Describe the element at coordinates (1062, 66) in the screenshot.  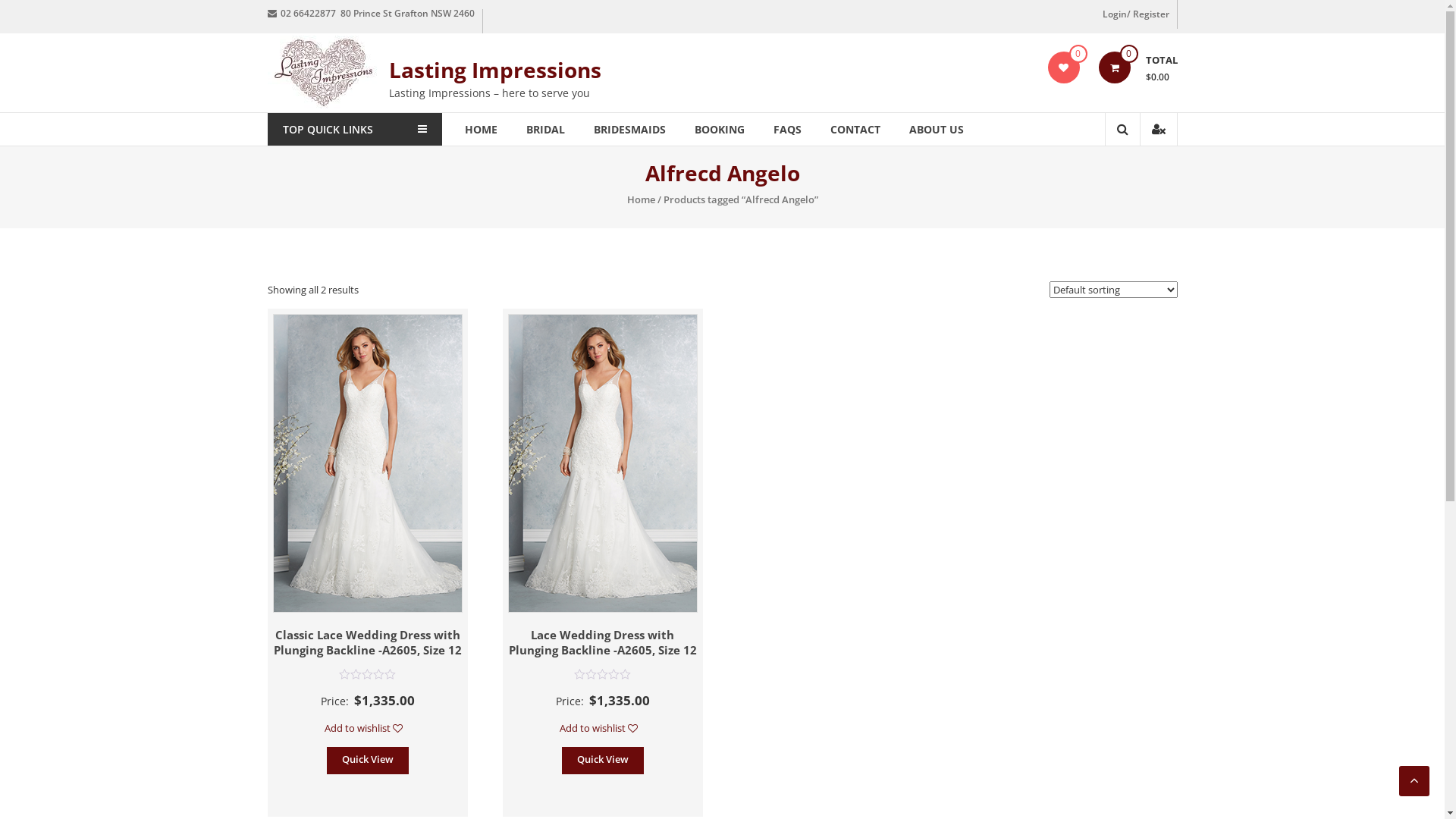
I see `'0'` at that location.